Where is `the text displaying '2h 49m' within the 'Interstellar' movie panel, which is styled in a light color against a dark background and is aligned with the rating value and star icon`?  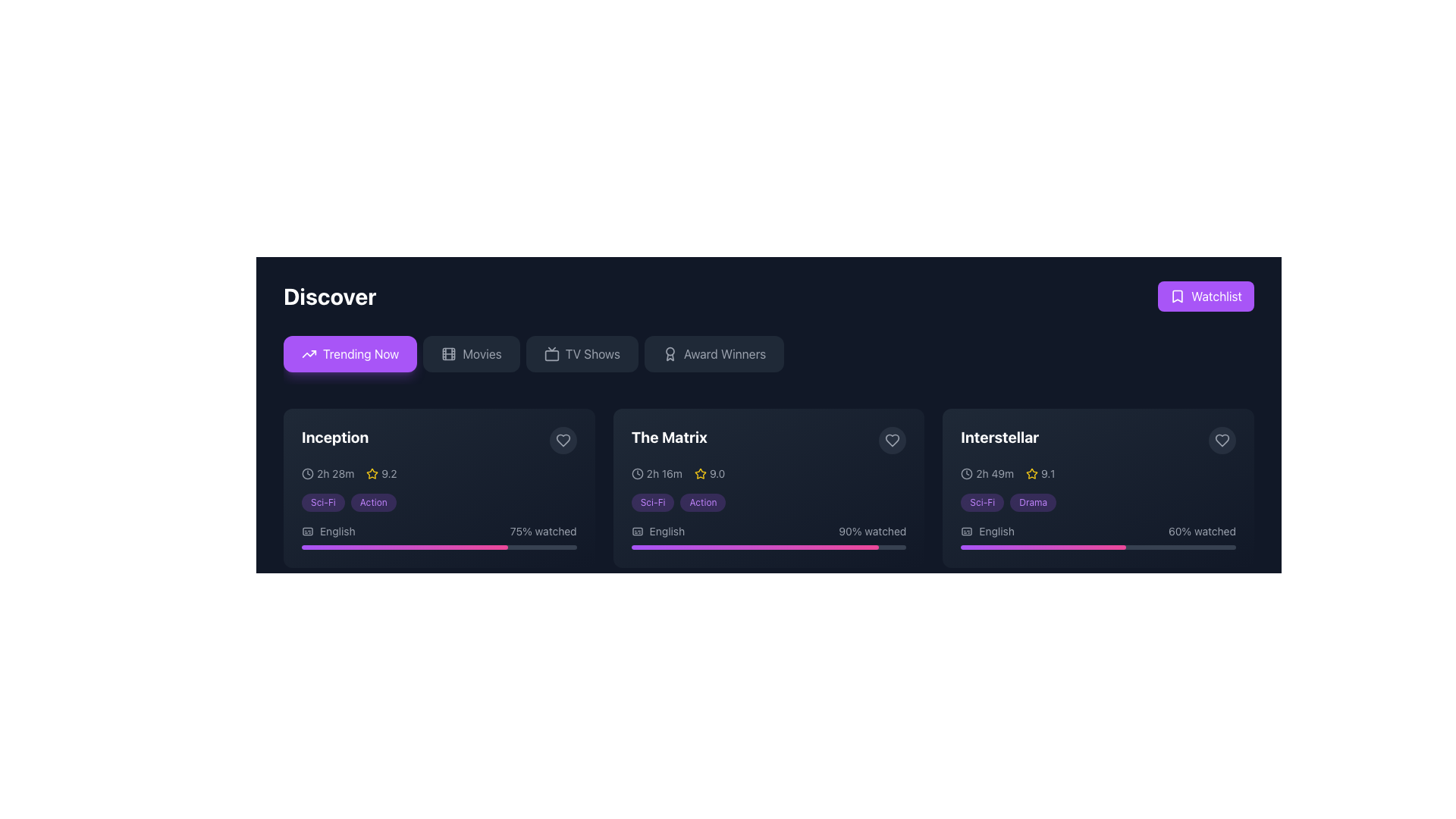 the text displaying '2h 49m' within the 'Interstellar' movie panel, which is styled in a light color against a dark background and is aligned with the rating value and star icon is located at coordinates (995, 472).